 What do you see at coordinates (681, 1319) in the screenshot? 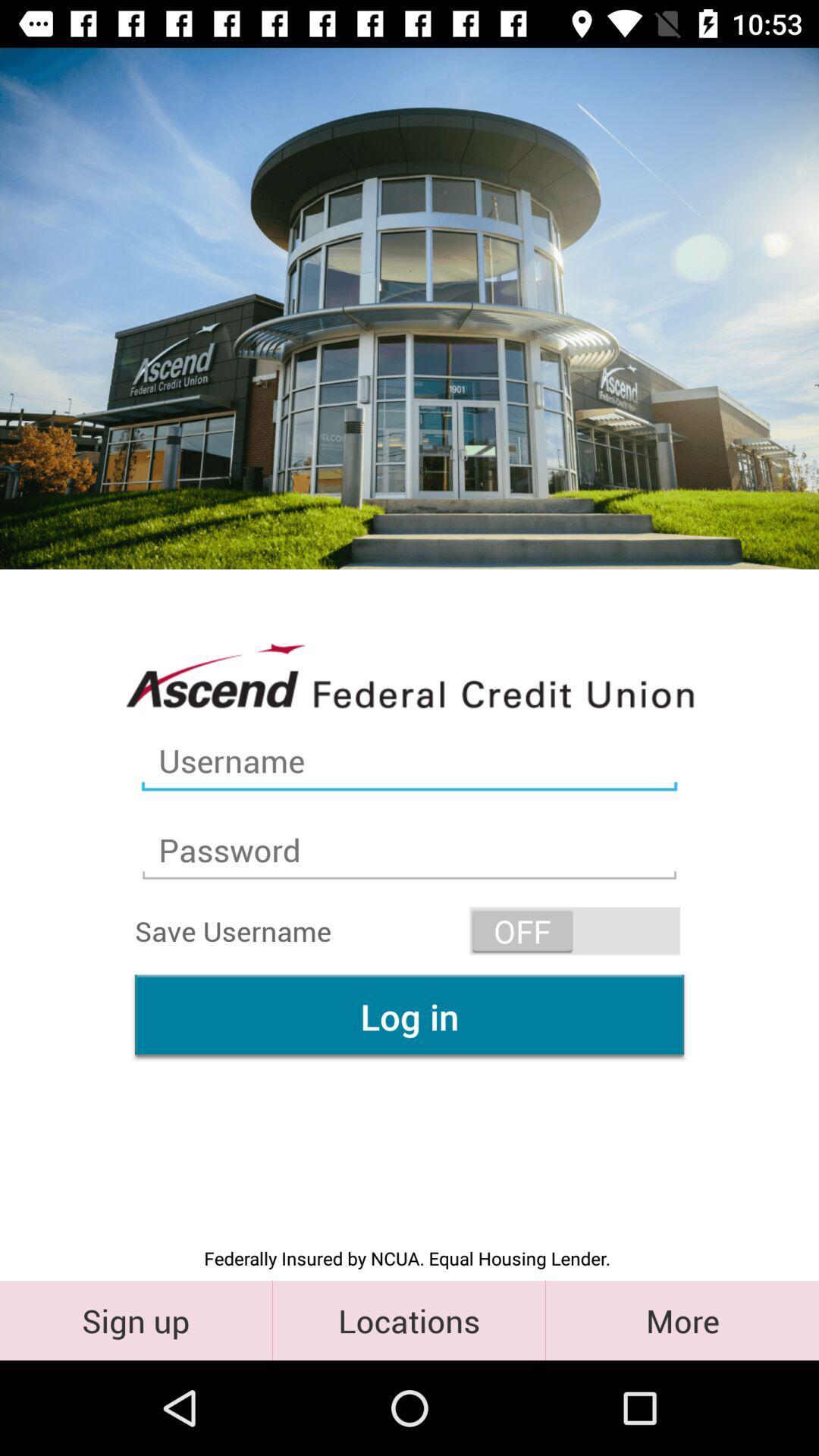
I see `more icon` at bounding box center [681, 1319].